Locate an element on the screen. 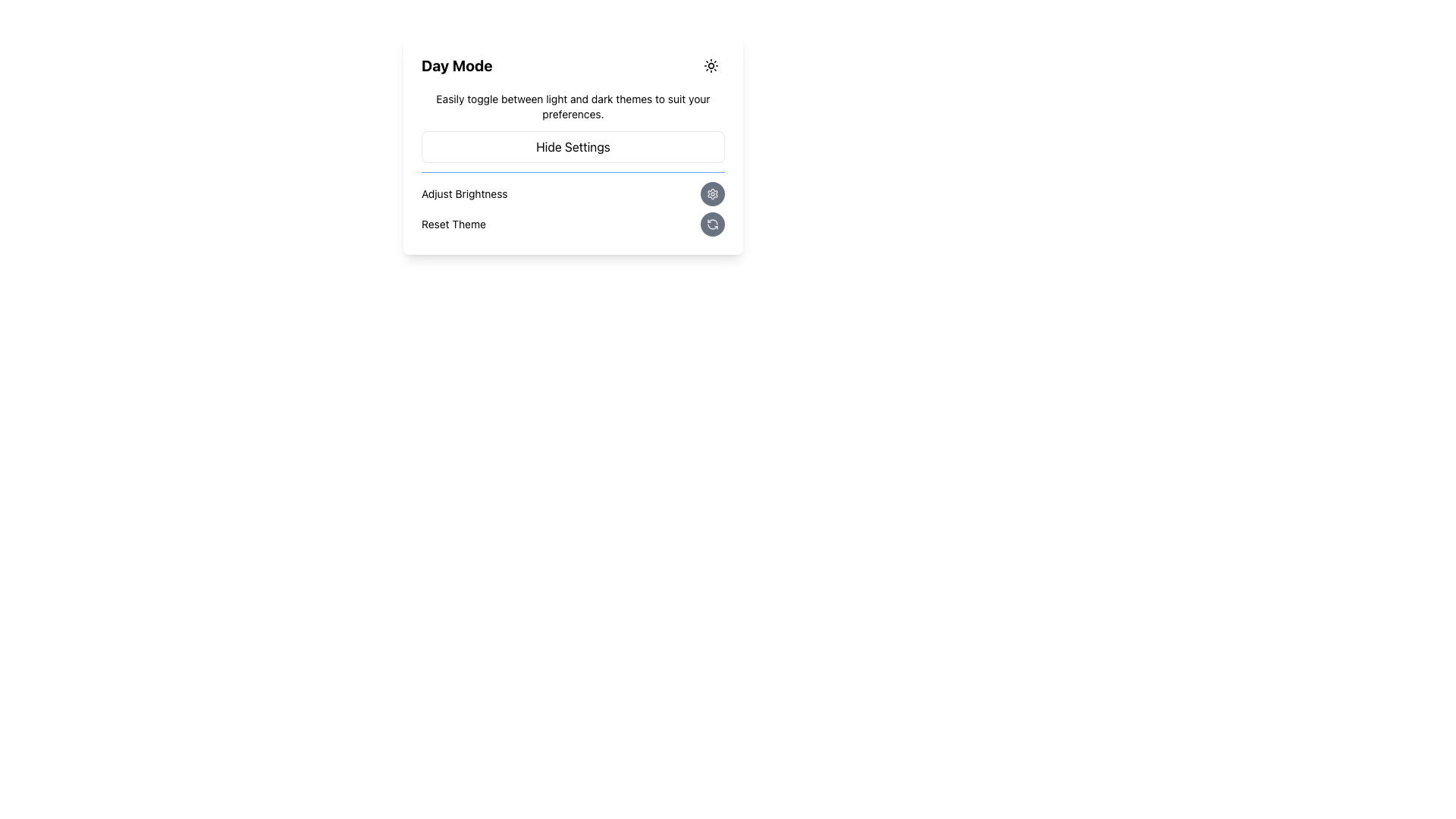  the 'Adjust Brightness' label that is styled with a plain appearance, located under the 'Day Mode' header and aligned to the left of the 'Hide Settings' button is located at coordinates (463, 193).